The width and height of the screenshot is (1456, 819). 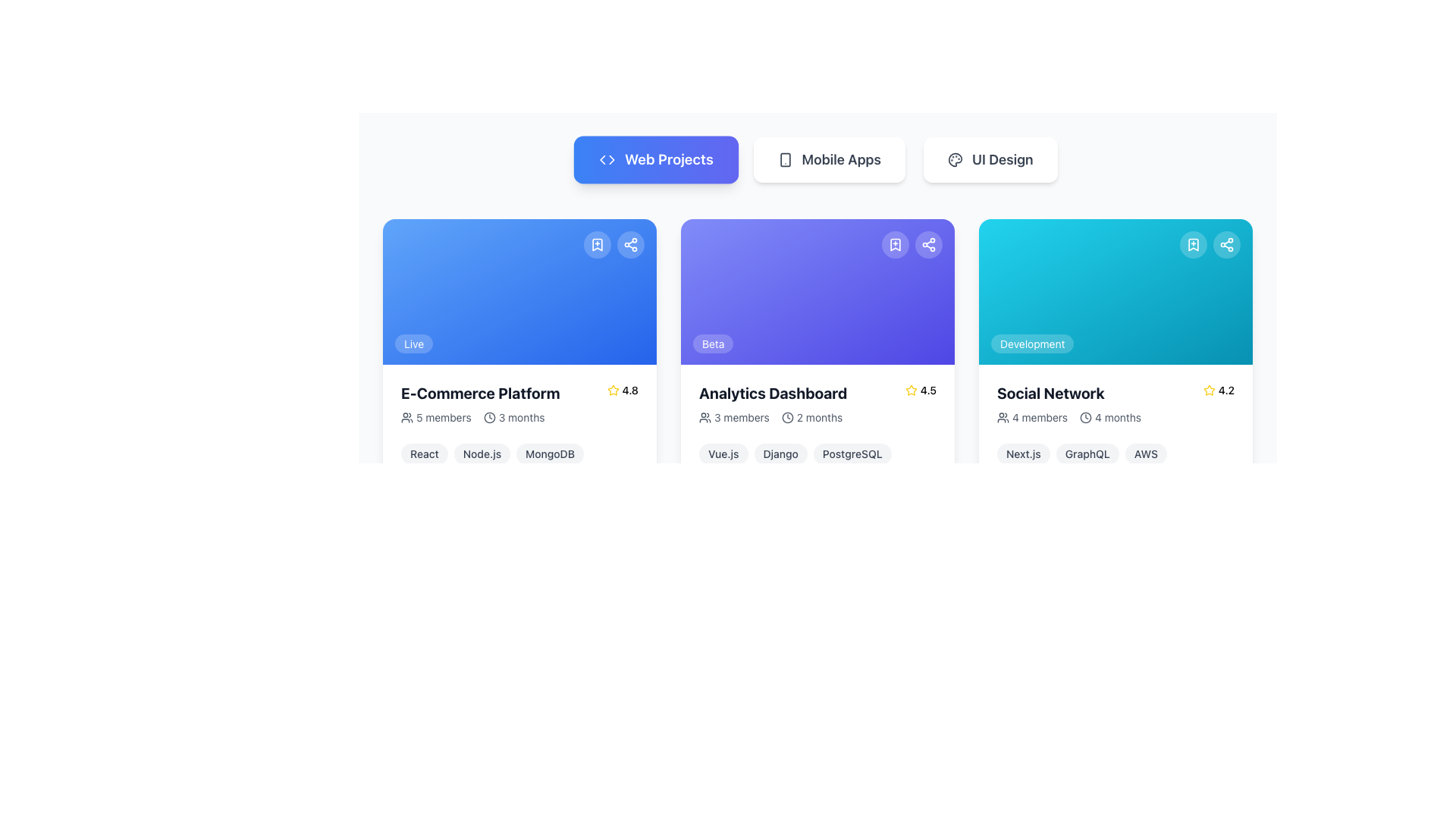 What do you see at coordinates (1031, 418) in the screenshot?
I see `text label displaying the number of members associated with the 'Social Network' project, located below the card's title and above the '4 months' label in the third column` at bounding box center [1031, 418].